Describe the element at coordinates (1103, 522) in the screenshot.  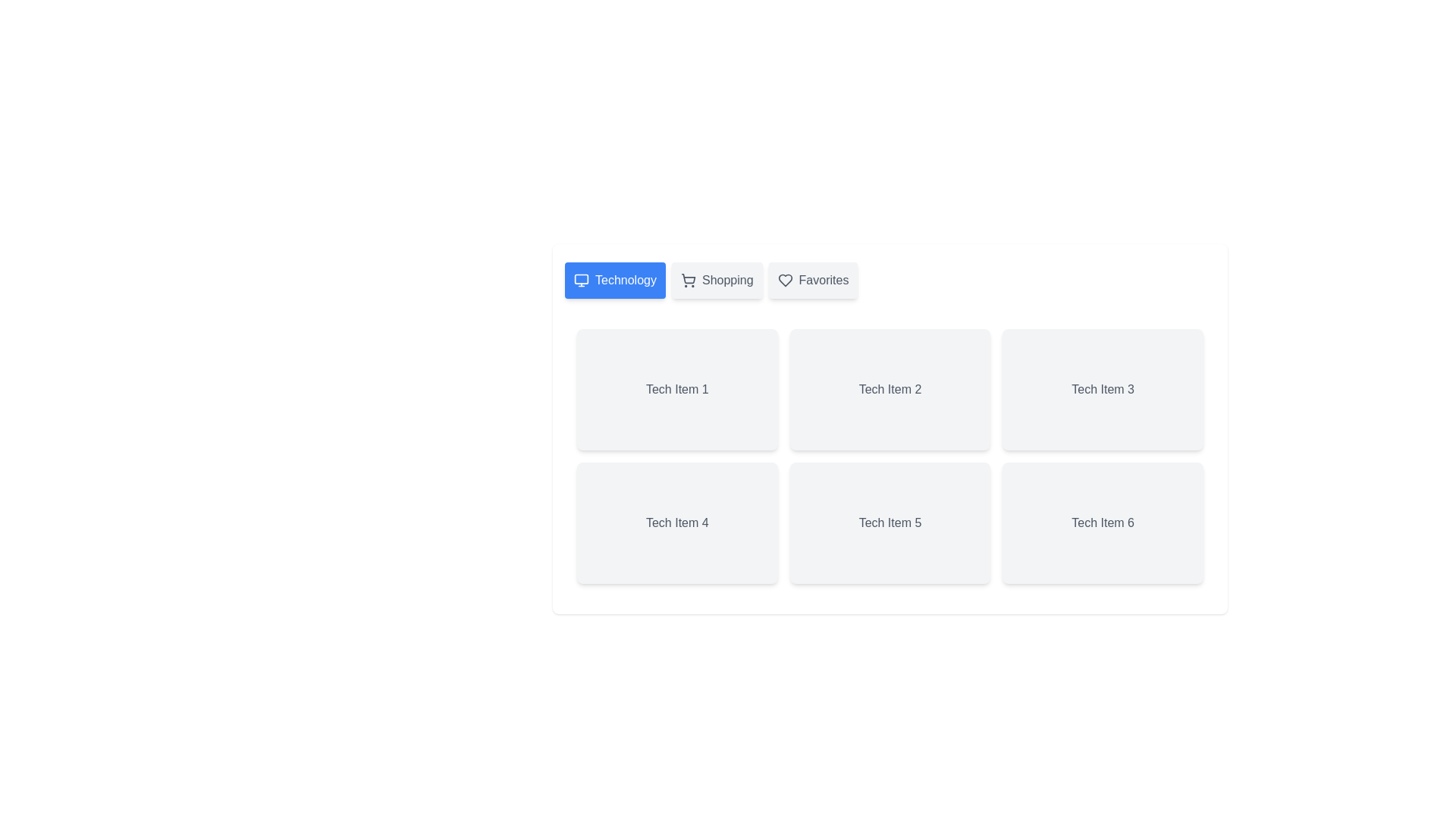
I see `the item labeled Tech Item 6 within the active tab` at that location.